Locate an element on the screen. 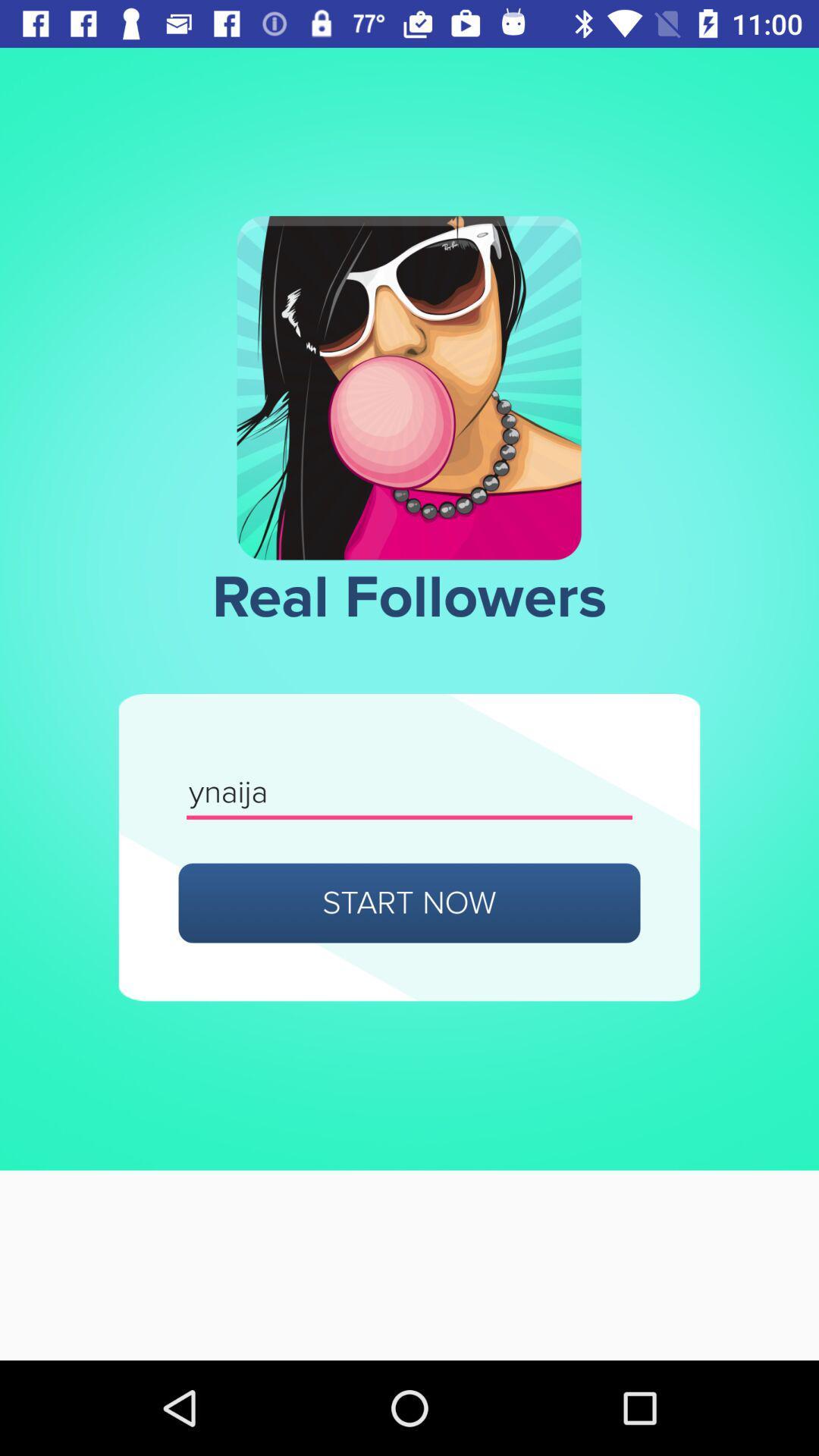 This screenshot has width=819, height=1456. start now item is located at coordinates (409, 902).